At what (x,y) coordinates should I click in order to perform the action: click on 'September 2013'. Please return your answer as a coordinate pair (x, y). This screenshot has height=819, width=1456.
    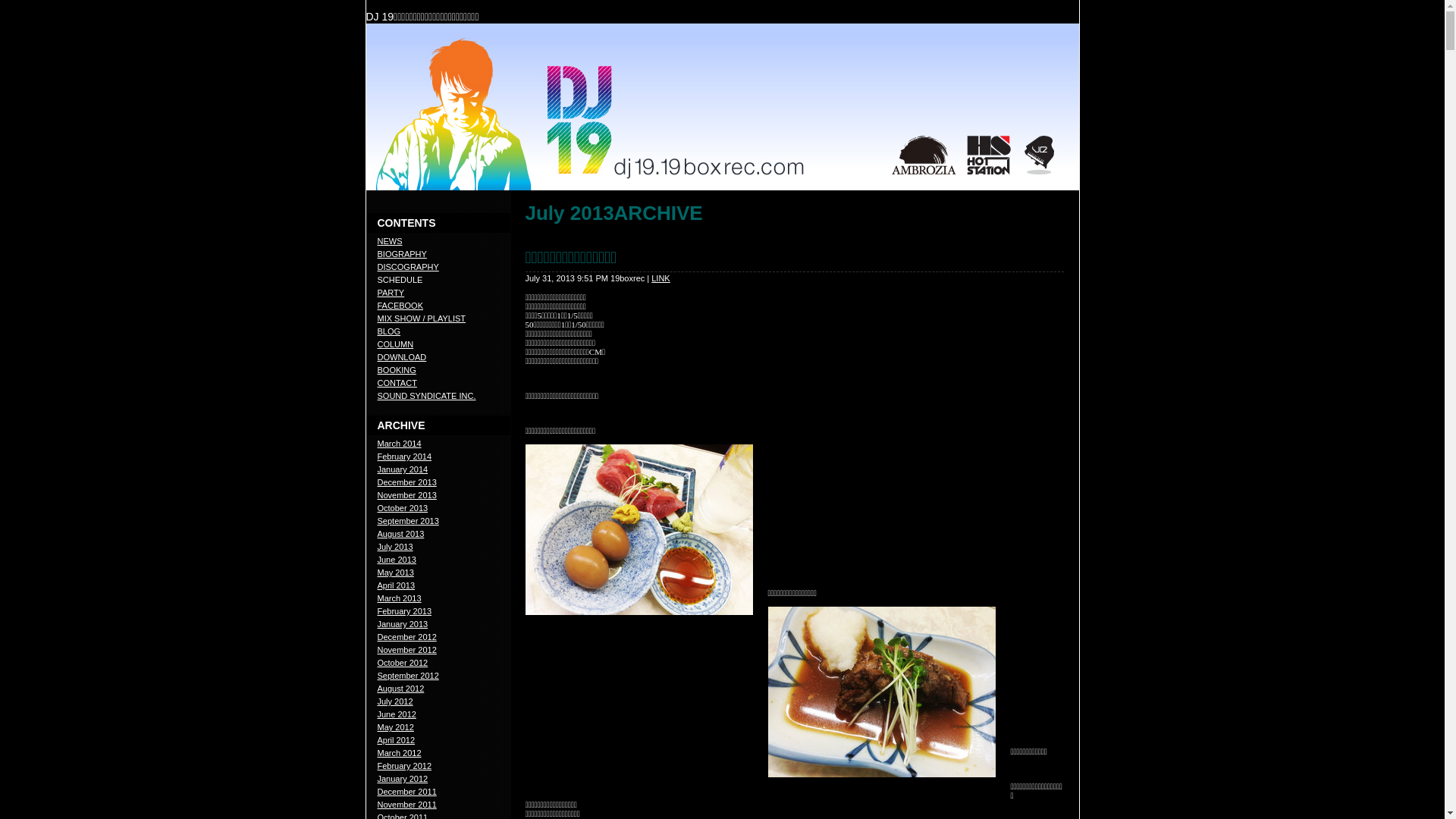
    Looking at the image, I should click on (408, 519).